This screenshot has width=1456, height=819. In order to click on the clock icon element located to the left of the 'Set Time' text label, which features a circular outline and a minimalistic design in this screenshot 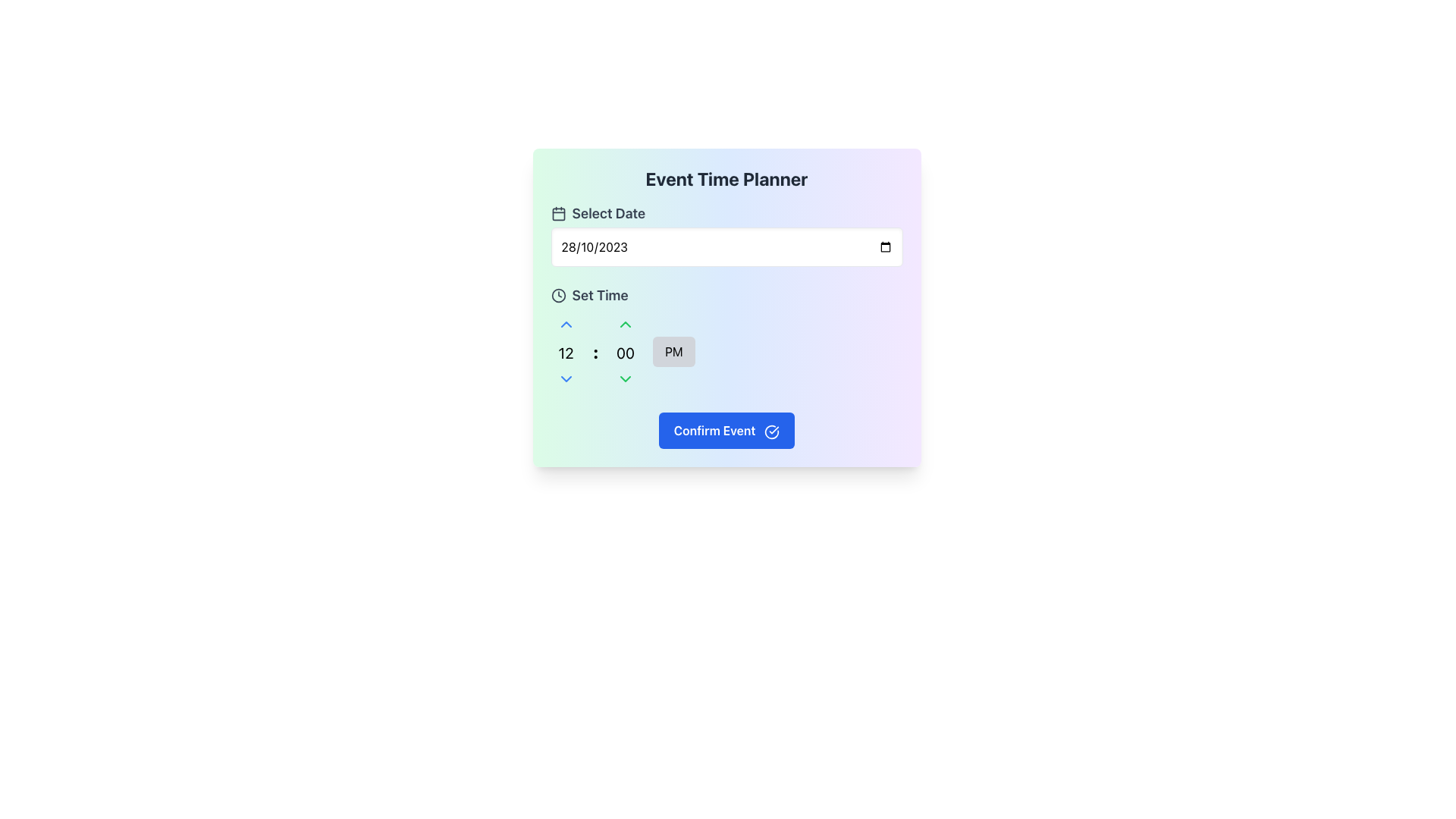, I will do `click(557, 295)`.